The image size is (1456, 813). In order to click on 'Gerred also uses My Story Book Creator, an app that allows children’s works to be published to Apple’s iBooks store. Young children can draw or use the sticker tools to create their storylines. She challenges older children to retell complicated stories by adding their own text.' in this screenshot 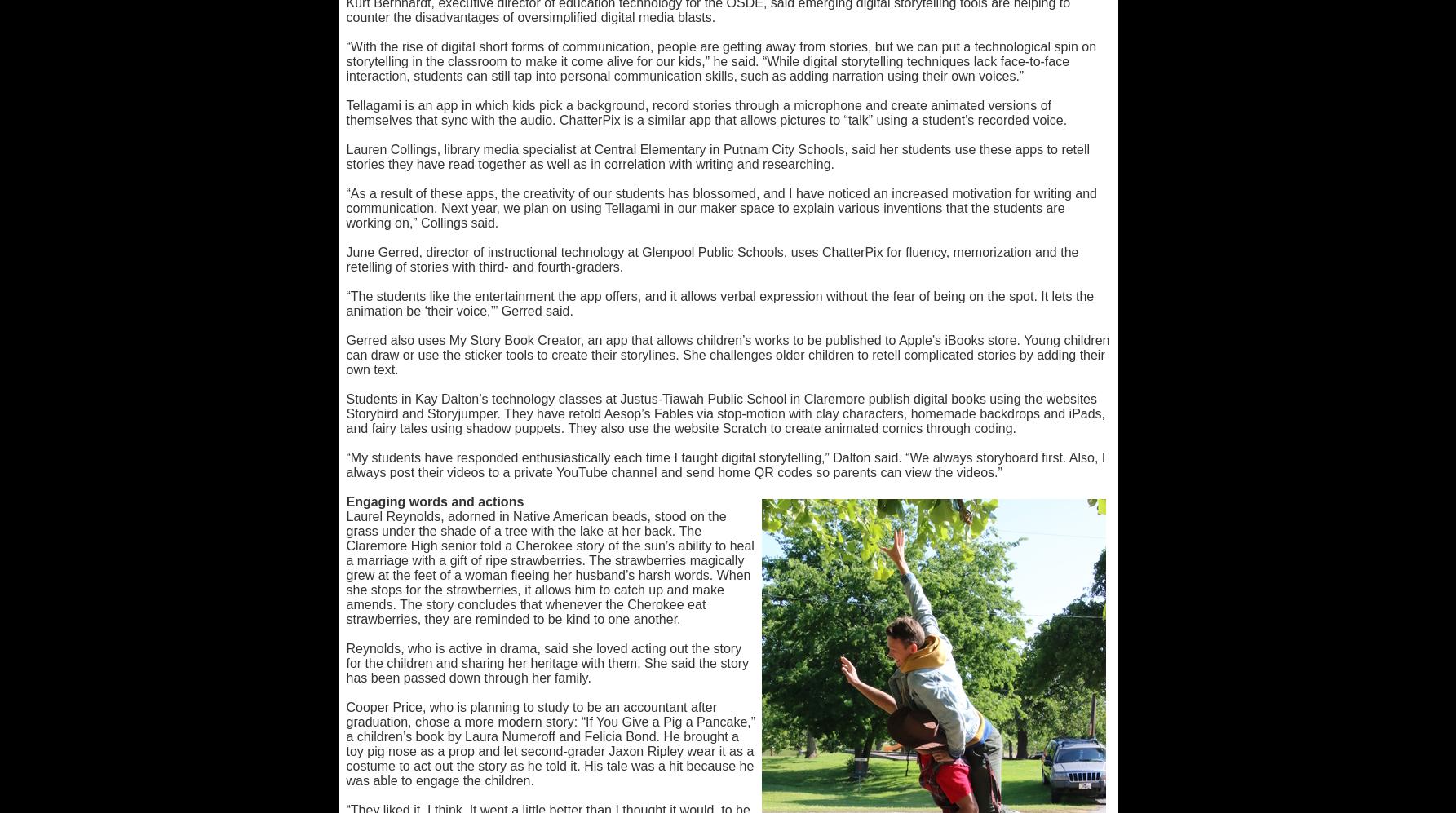, I will do `click(727, 354)`.